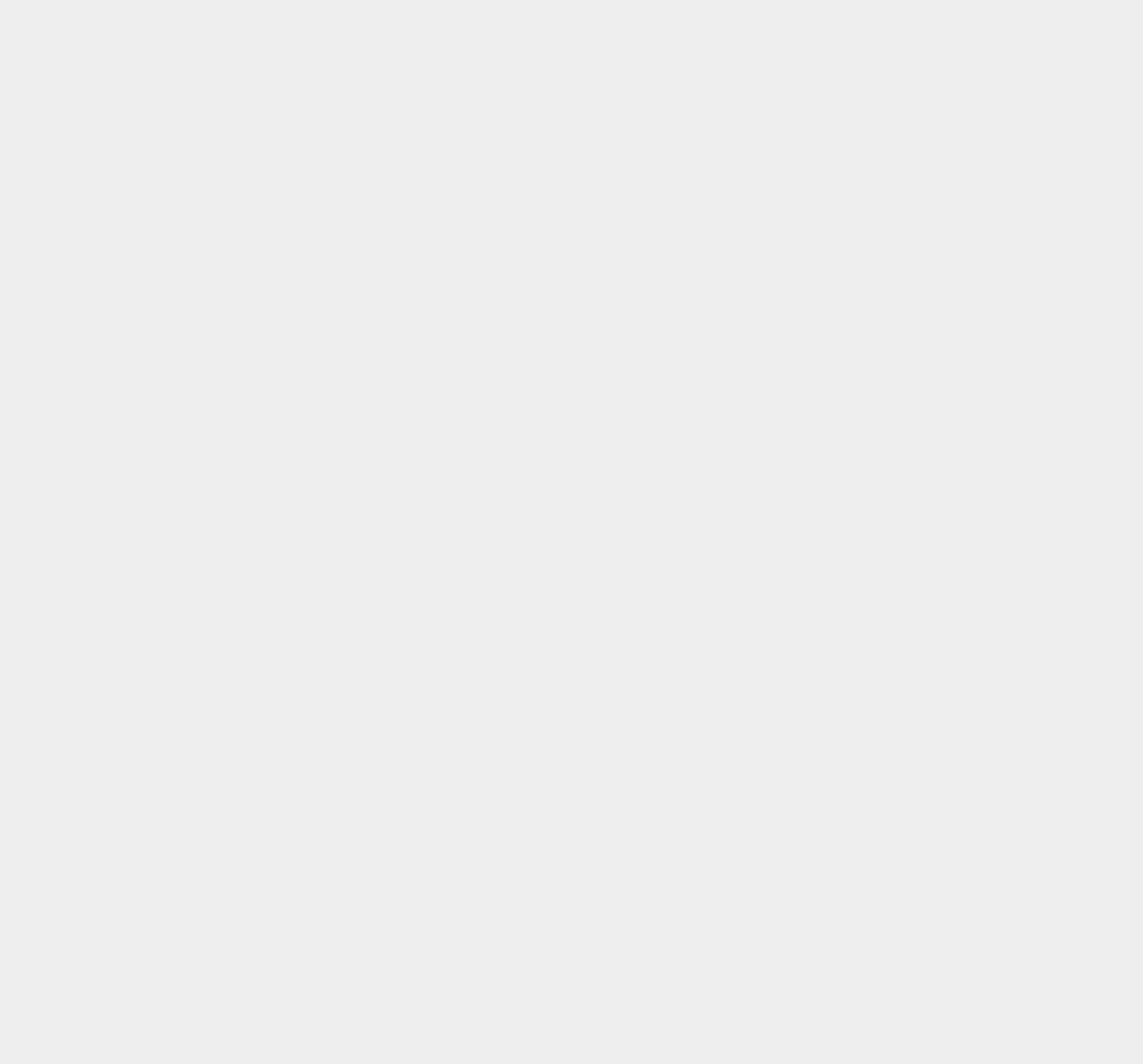 This screenshot has width=1143, height=1064. I want to click on 'How to Maximize AV Technology for Productivity', so click(944, 987).